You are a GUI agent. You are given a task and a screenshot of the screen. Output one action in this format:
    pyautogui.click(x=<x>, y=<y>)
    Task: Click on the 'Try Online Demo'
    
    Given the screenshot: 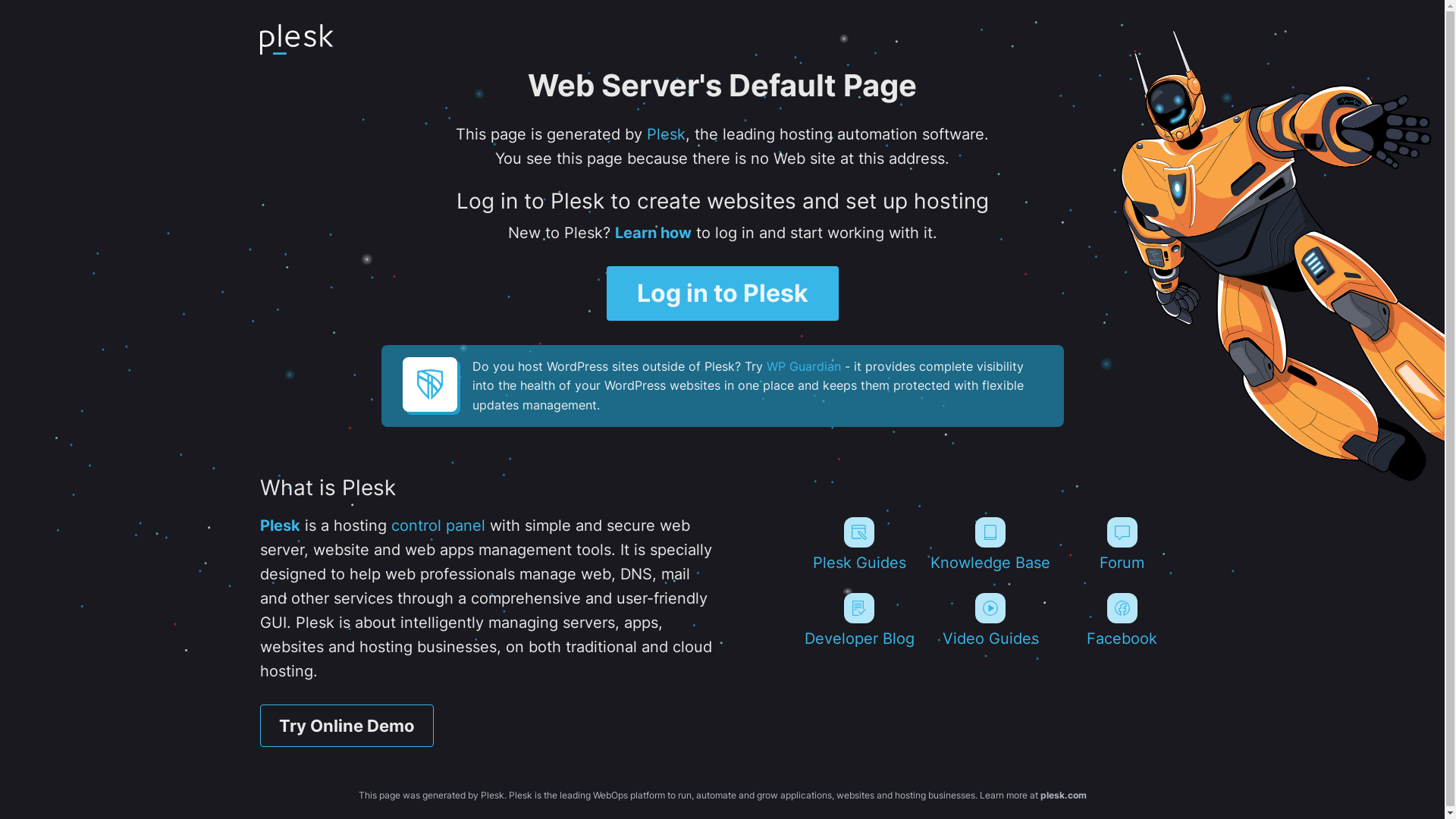 What is the action you would take?
    pyautogui.click(x=345, y=724)
    